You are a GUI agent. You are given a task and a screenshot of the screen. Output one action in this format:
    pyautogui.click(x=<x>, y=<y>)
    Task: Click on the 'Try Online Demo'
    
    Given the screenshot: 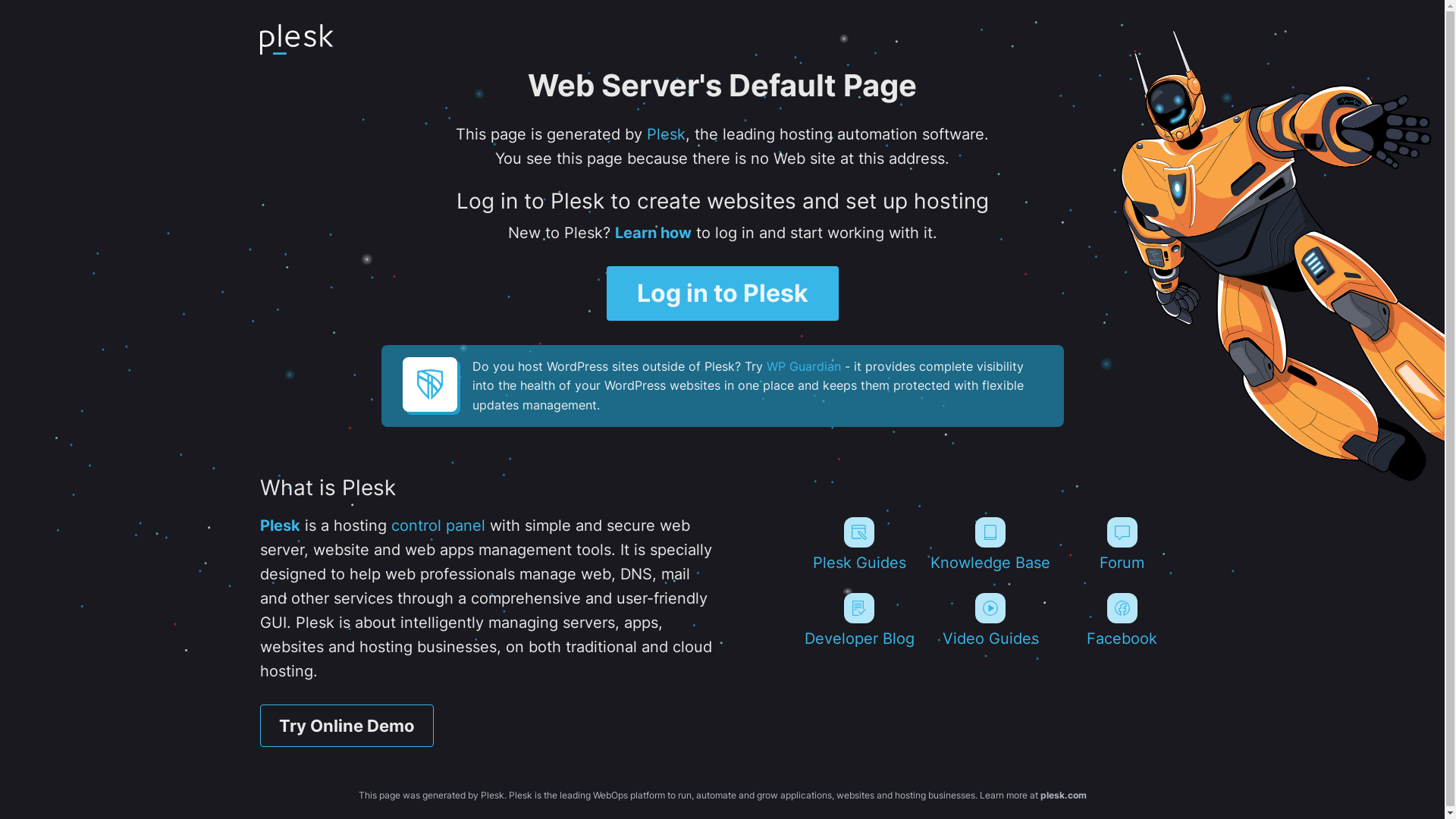 What is the action you would take?
    pyautogui.click(x=345, y=724)
    